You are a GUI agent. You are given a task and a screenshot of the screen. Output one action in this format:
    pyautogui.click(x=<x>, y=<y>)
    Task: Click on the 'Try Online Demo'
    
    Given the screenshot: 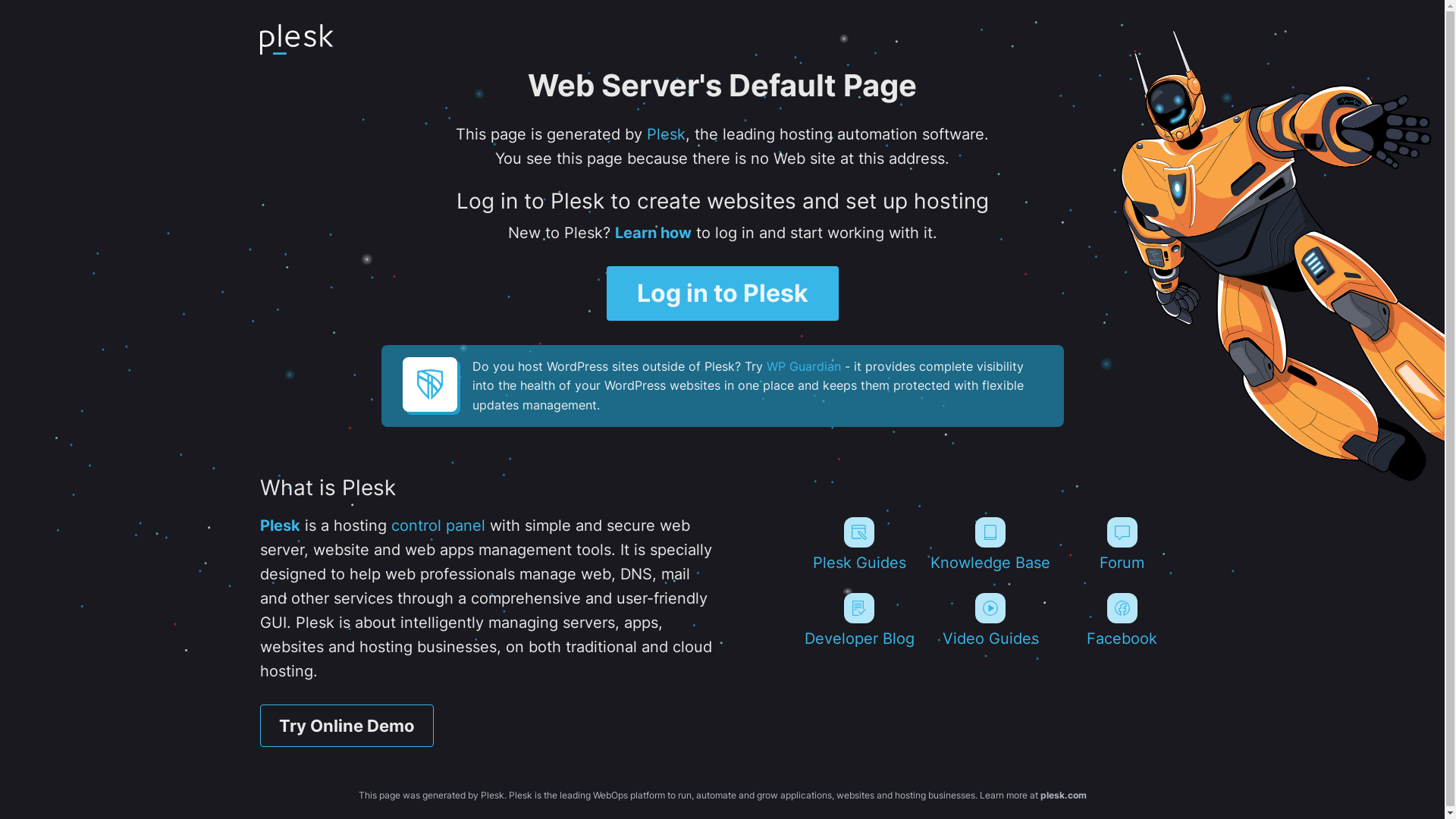 What is the action you would take?
    pyautogui.click(x=345, y=724)
    